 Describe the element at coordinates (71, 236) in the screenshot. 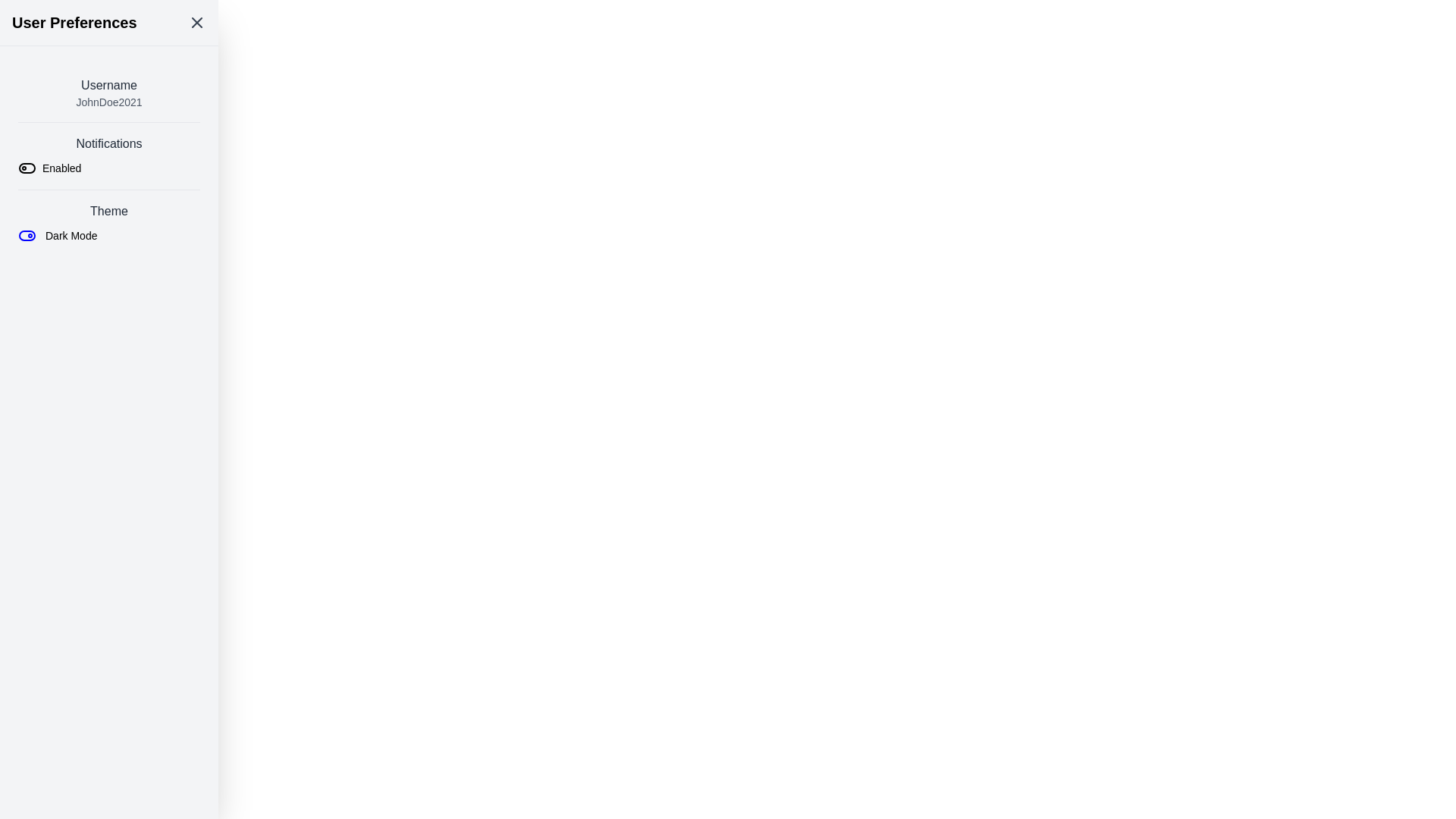

I see `the text label for the 'Dark Mode' toggle switch, which is located under the 'Theme' section in the settings menu` at that location.